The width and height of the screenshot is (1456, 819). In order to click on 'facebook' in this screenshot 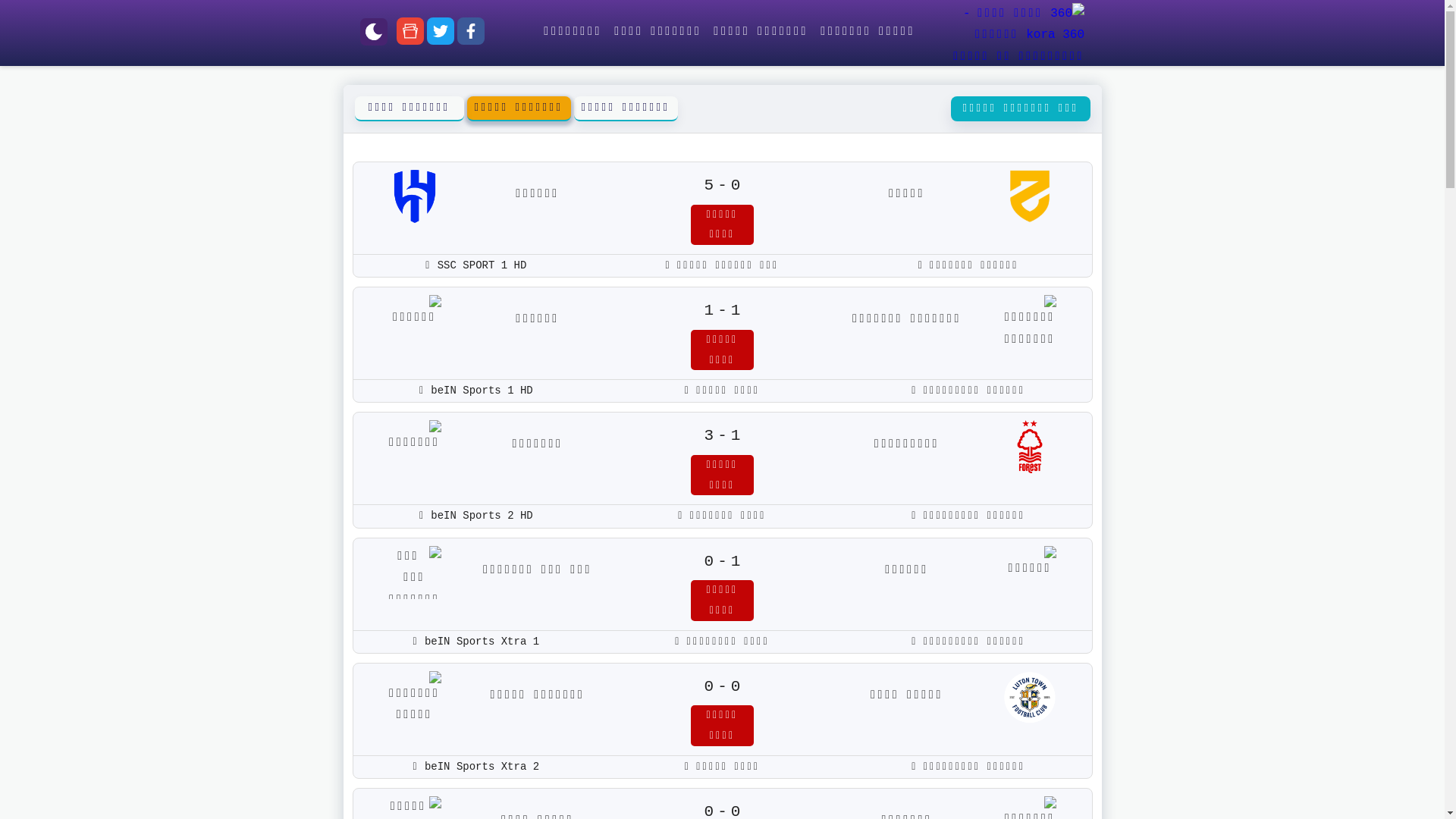, I will do `click(457, 34)`.